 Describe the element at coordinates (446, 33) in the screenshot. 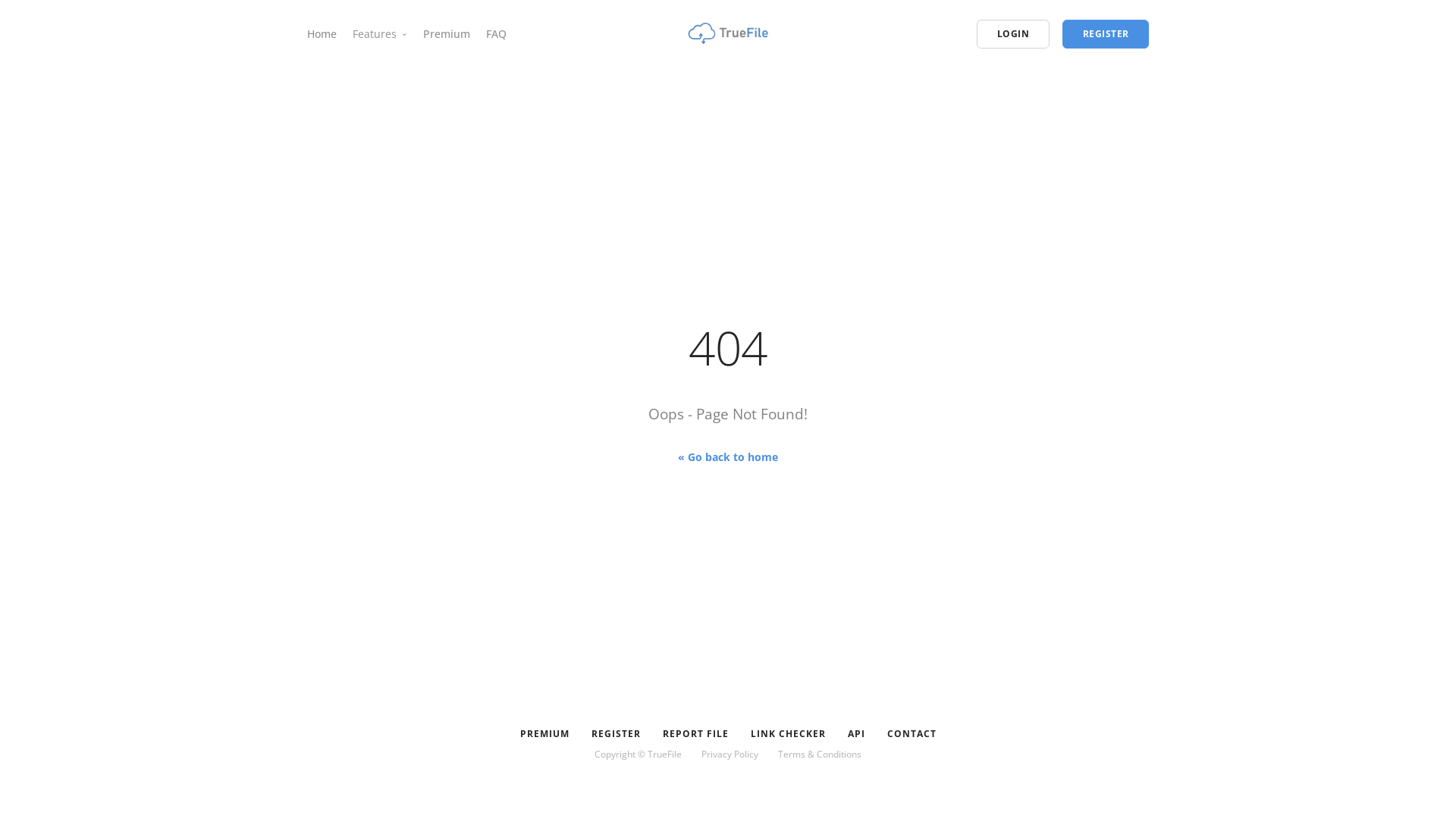

I see `'Premium'` at that location.